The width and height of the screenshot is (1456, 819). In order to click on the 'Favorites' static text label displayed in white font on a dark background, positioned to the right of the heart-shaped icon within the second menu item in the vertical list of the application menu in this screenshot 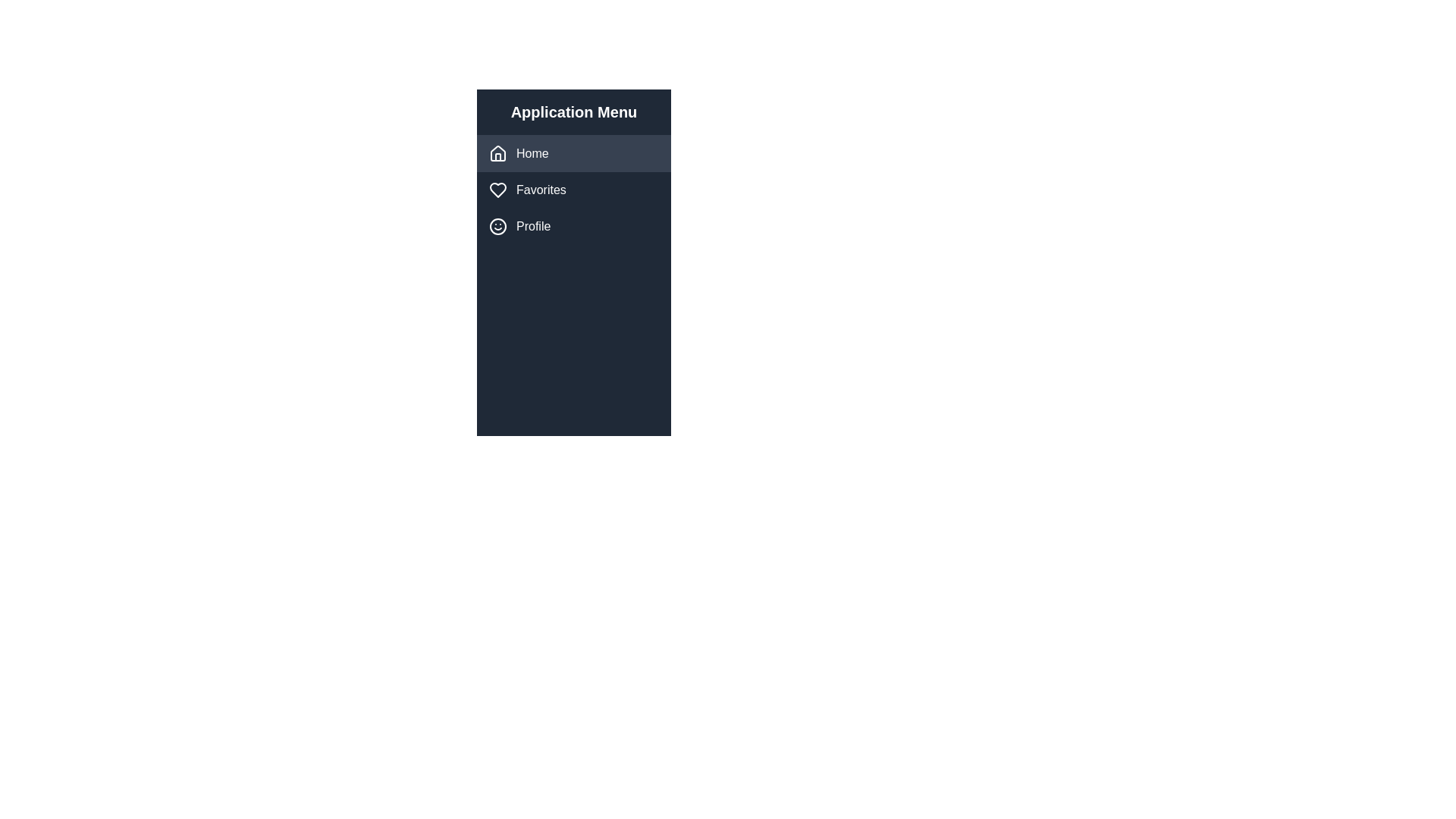, I will do `click(541, 189)`.